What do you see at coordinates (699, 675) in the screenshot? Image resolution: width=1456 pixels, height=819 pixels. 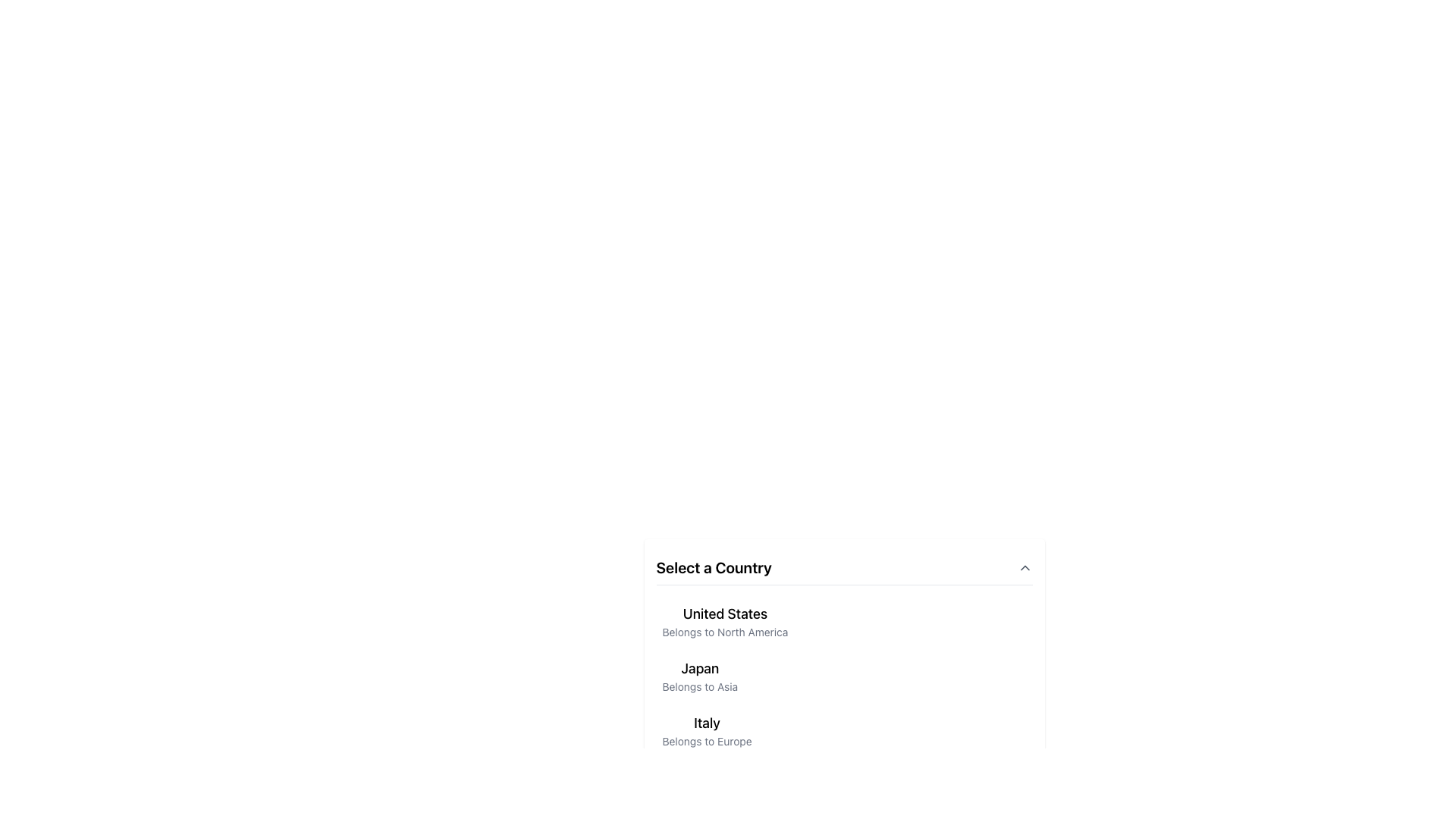 I see `the second selectable list item displaying 'Japan' with subtitle 'Belongs to Asia'` at bounding box center [699, 675].